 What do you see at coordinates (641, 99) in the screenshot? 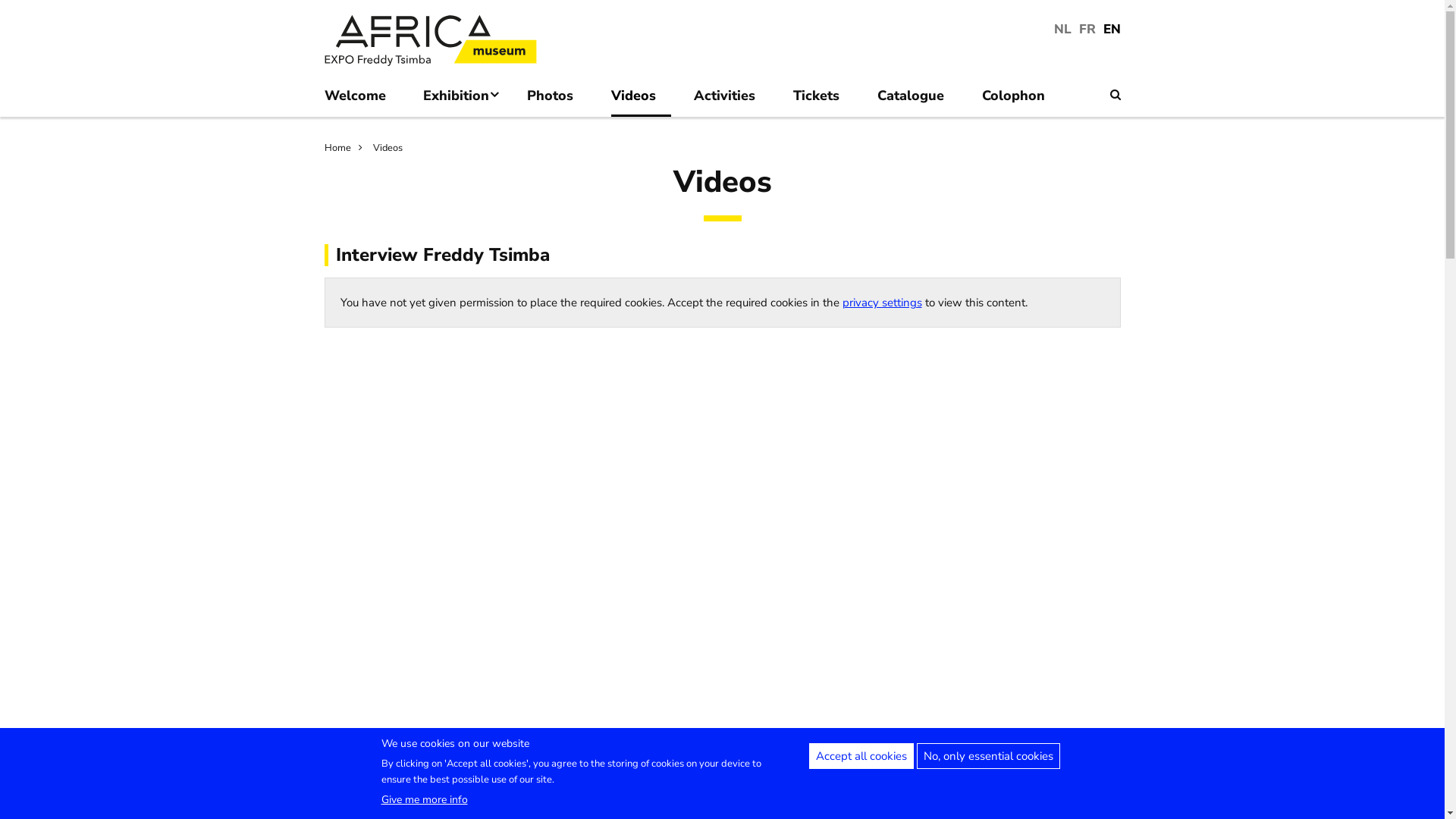
I see `'Videos'` at bounding box center [641, 99].